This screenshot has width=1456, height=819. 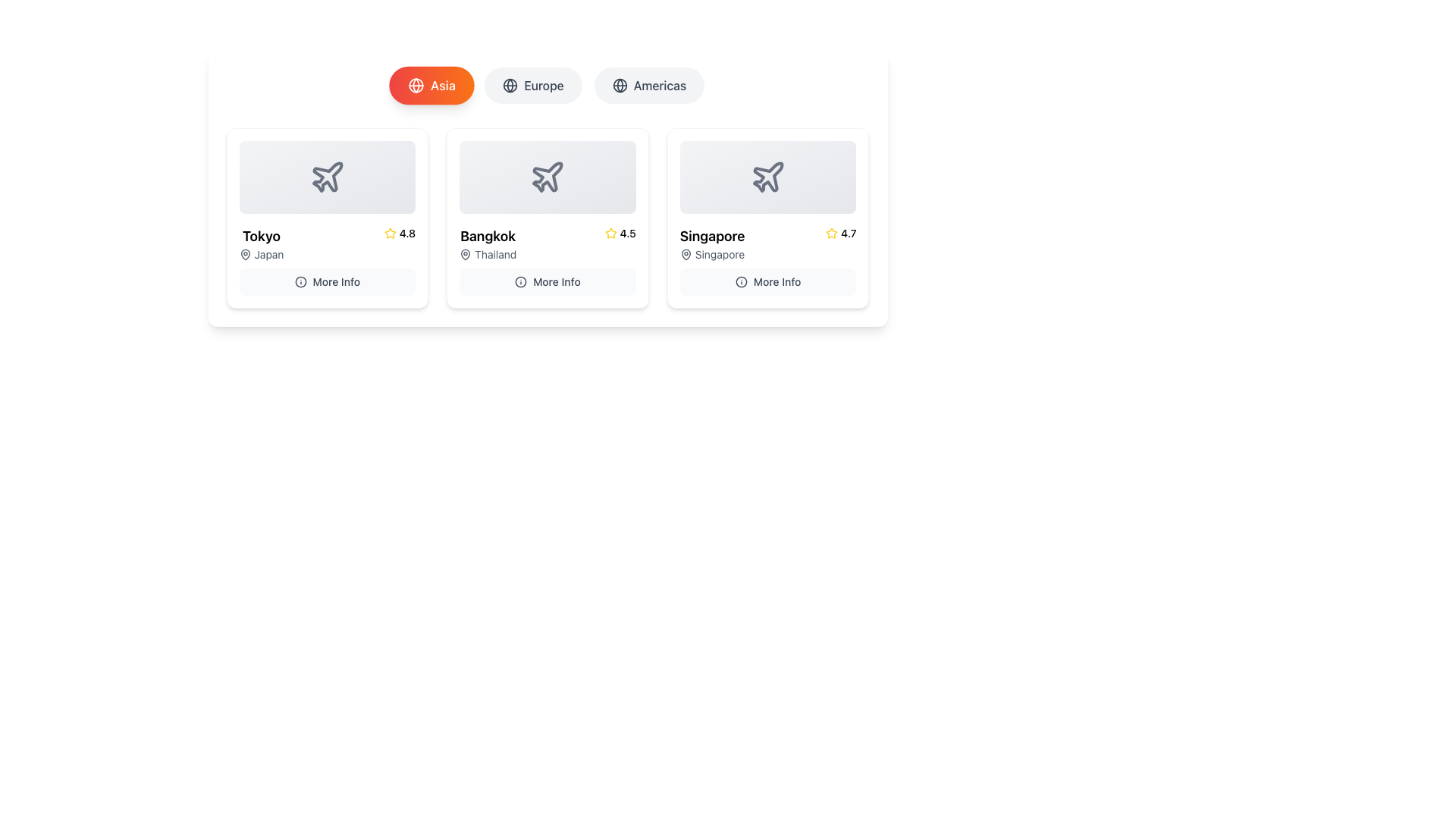 What do you see at coordinates (326, 243) in the screenshot?
I see `the Informational Block that displays the city name, country, and rating, located in the first column under the 'Asia' tab, positioned above the 'More Info' button` at bounding box center [326, 243].